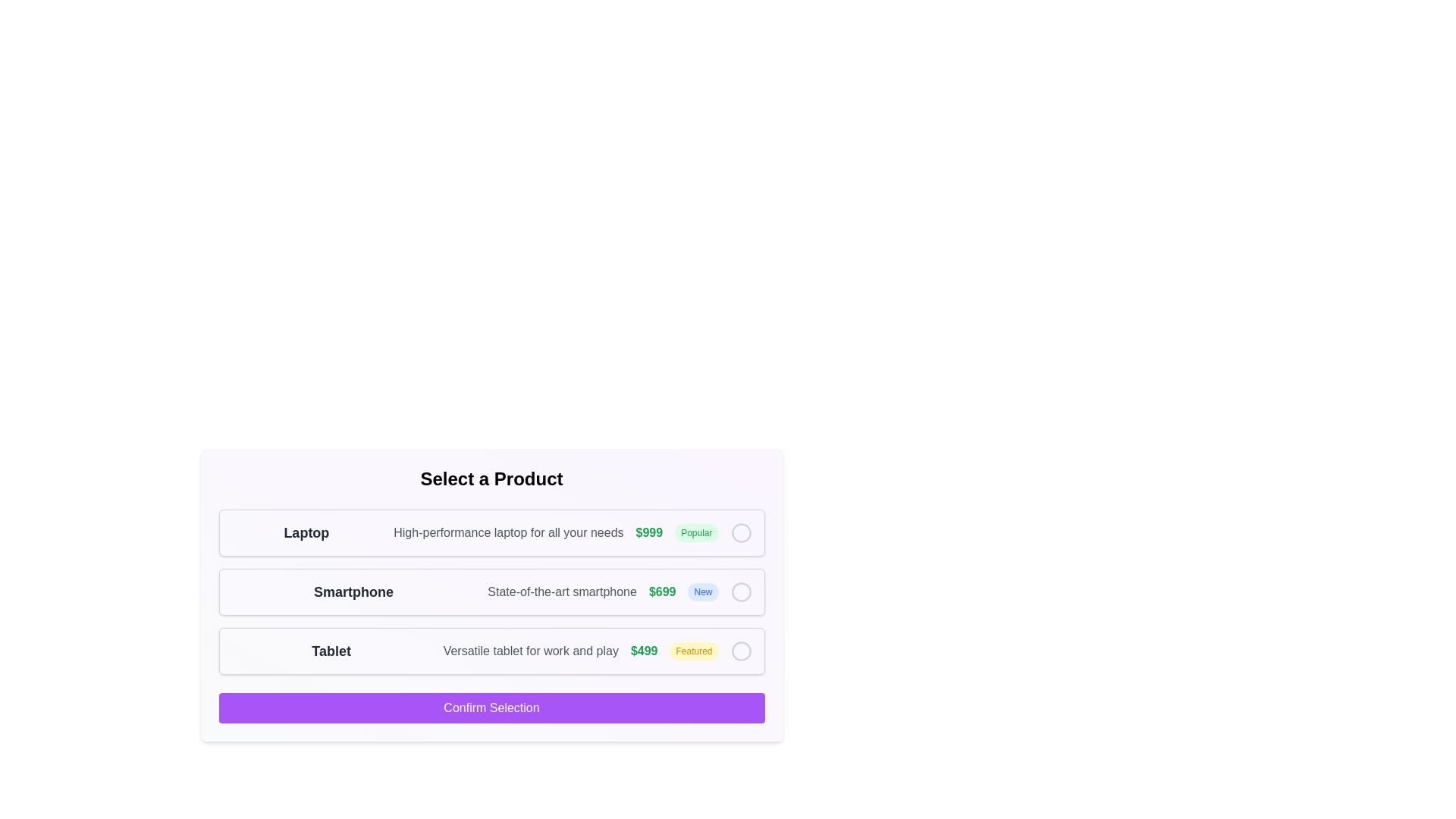  What do you see at coordinates (644, 651) in the screenshot?
I see `the static text label displaying the price '$499', which is styled in a bold green font and located within the product card for 'Tablet'` at bounding box center [644, 651].